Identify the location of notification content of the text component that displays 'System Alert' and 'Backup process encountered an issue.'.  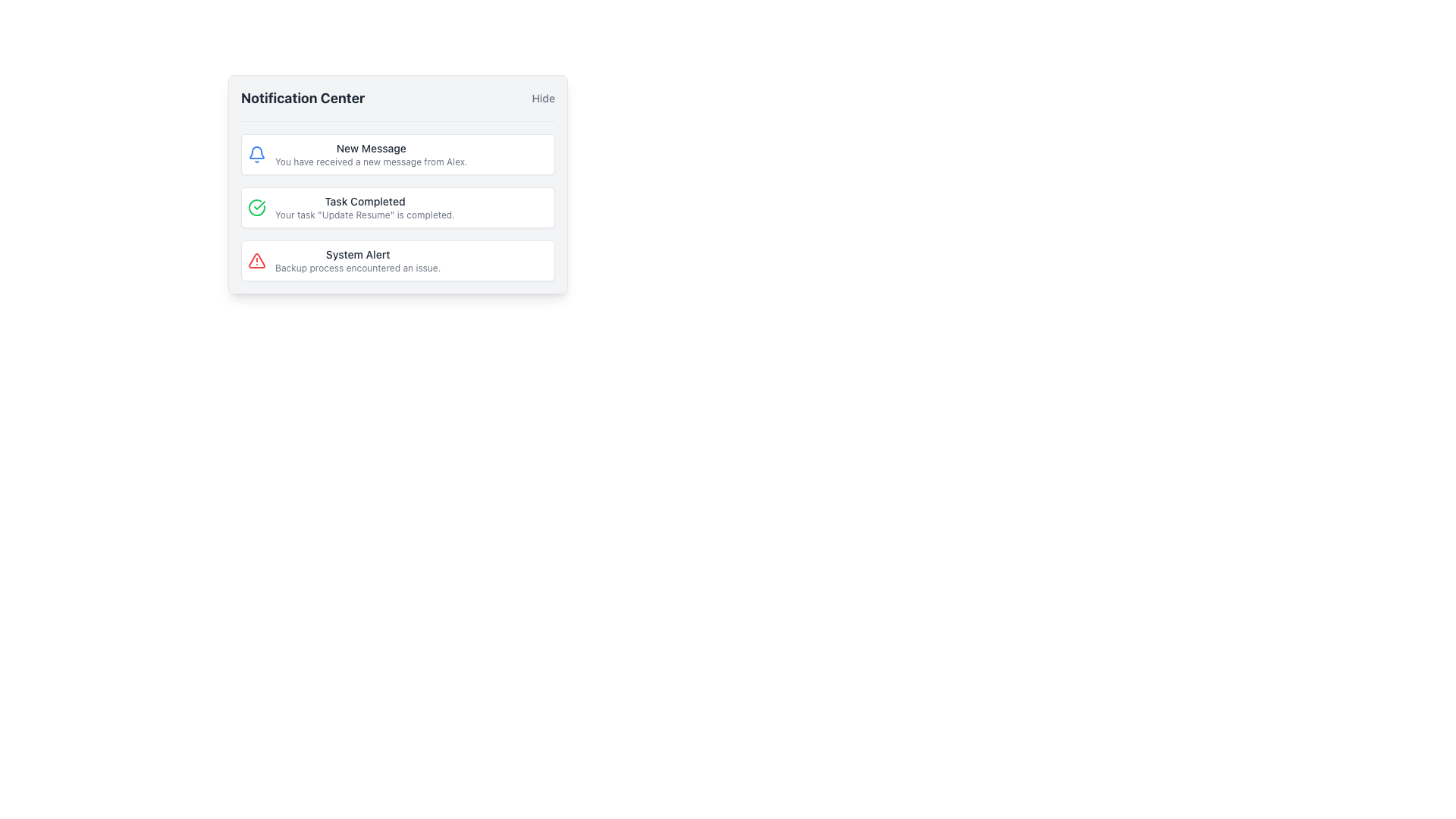
(357, 259).